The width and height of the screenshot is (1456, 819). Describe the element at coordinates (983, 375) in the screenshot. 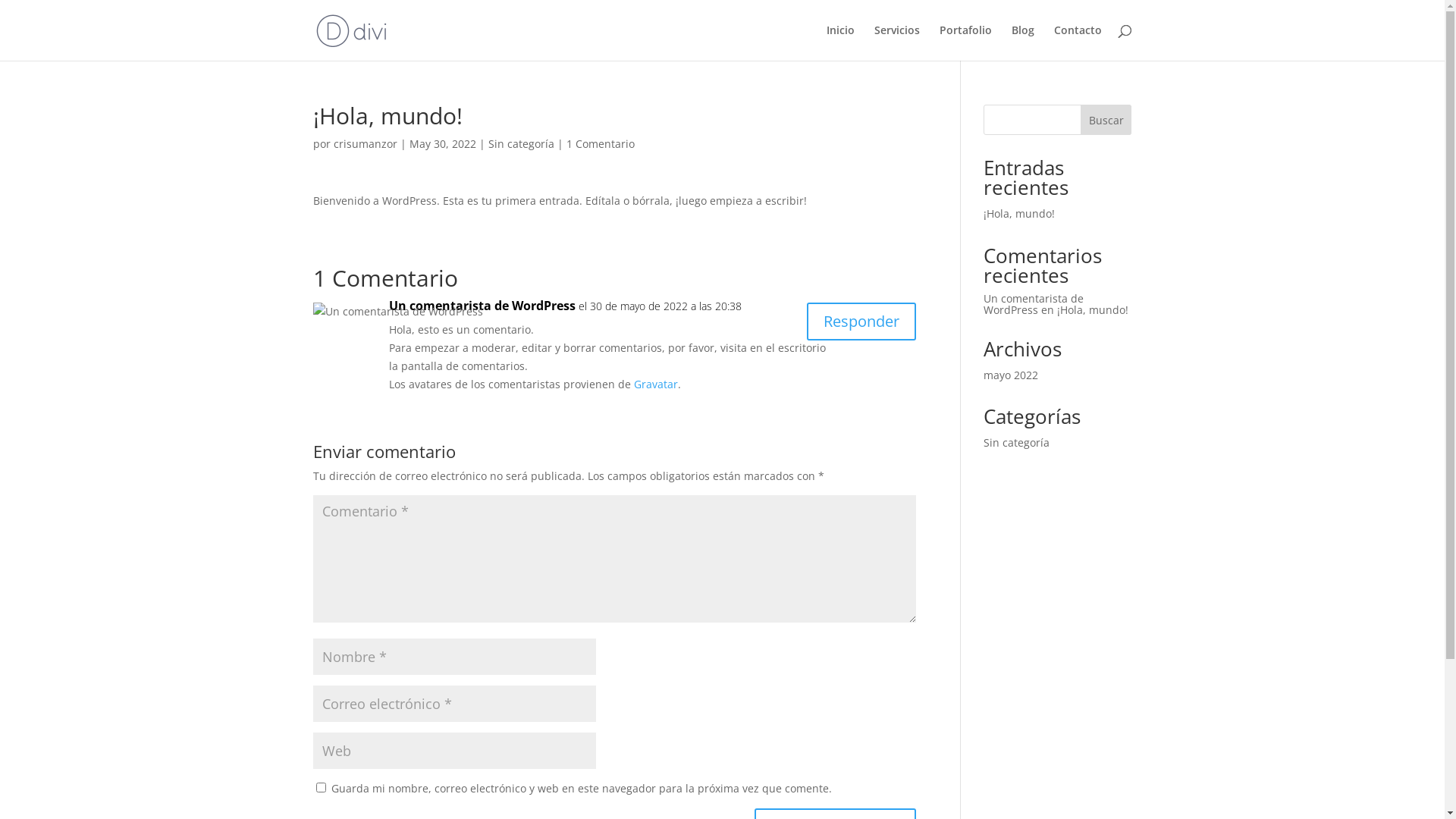

I see `'mayo 2022'` at that location.